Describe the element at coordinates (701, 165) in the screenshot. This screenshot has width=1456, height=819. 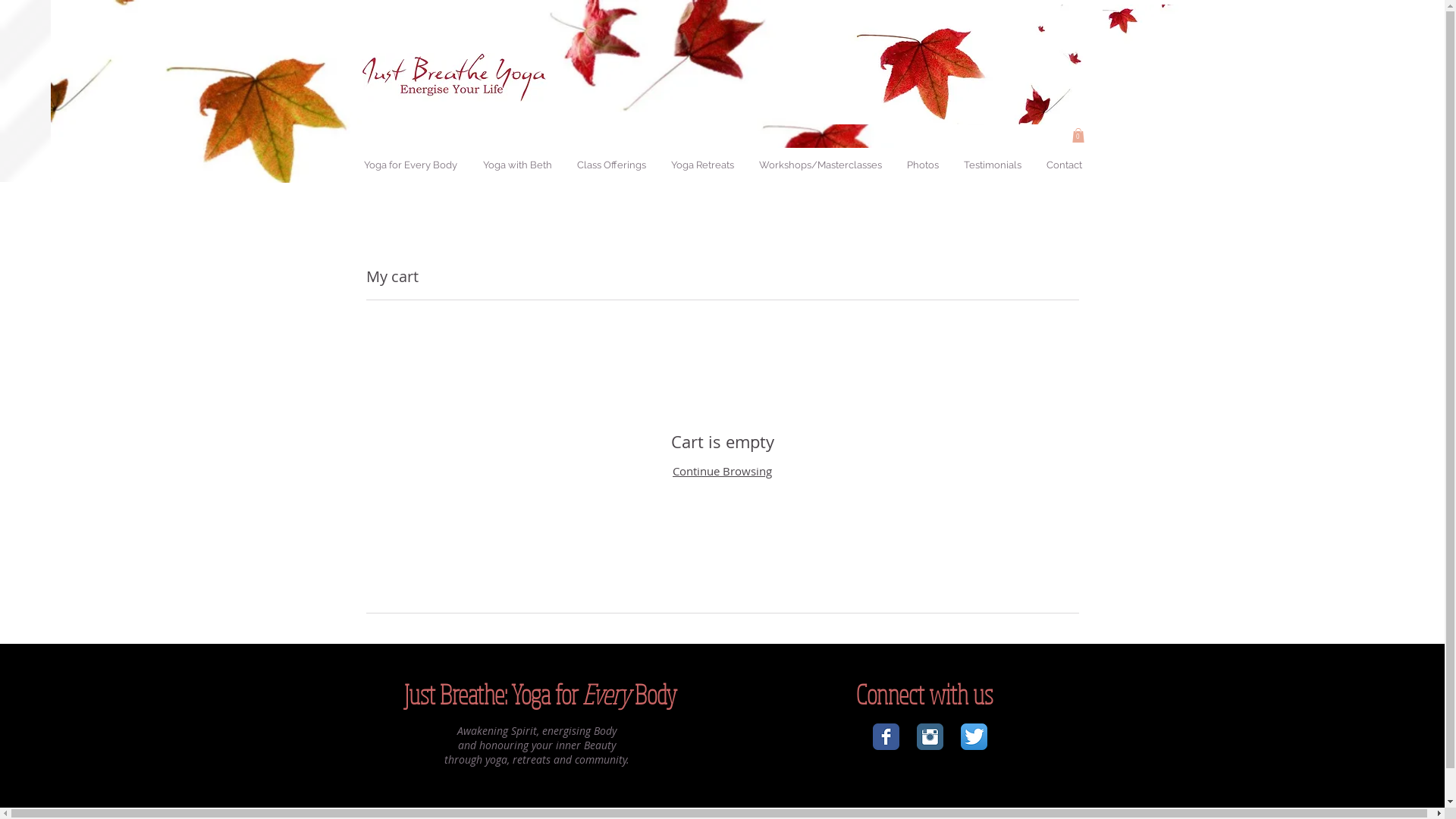
I see `'Yoga Retreats'` at that location.